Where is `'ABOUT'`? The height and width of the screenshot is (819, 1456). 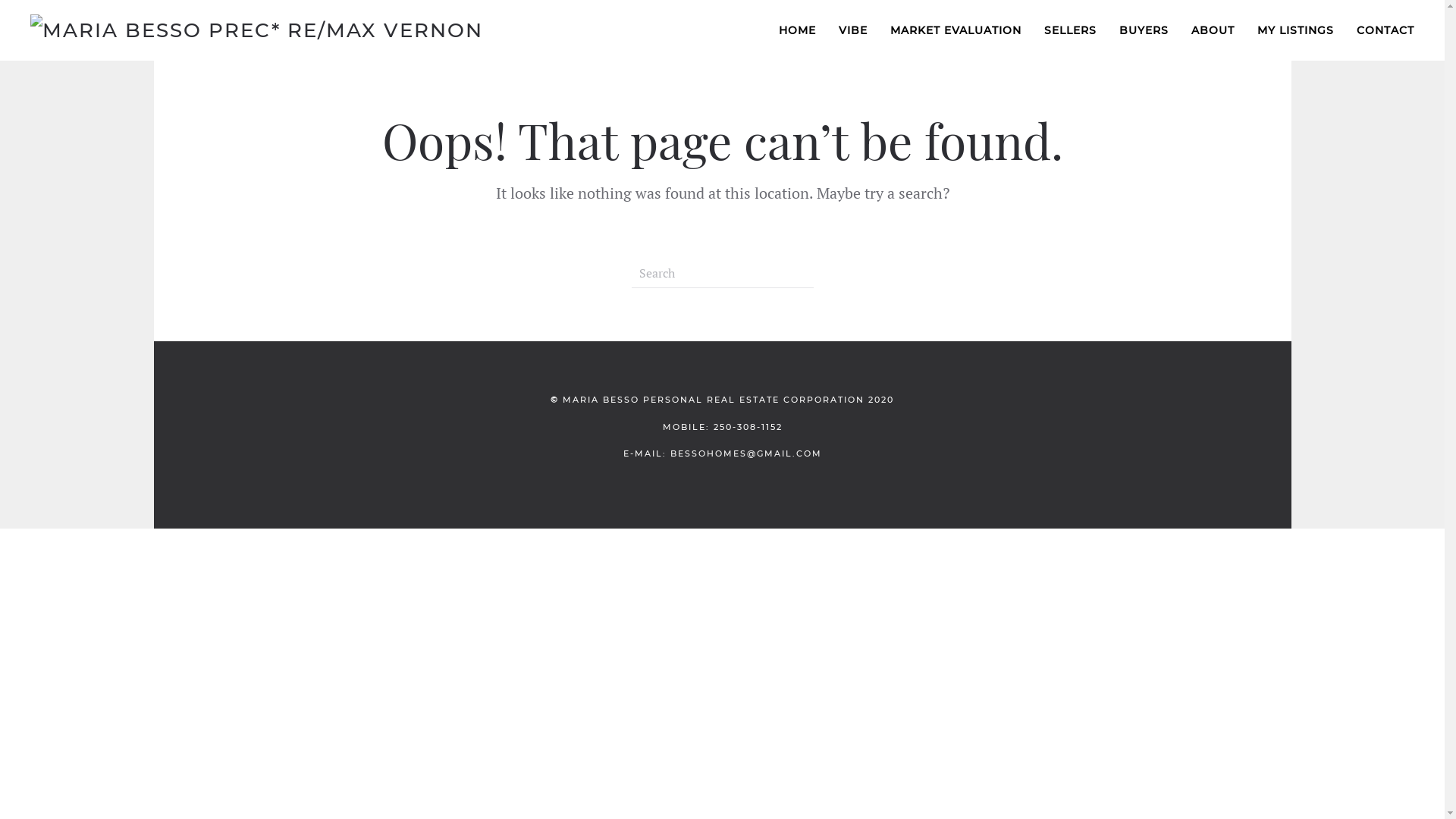
'ABOUT' is located at coordinates (1212, 30).